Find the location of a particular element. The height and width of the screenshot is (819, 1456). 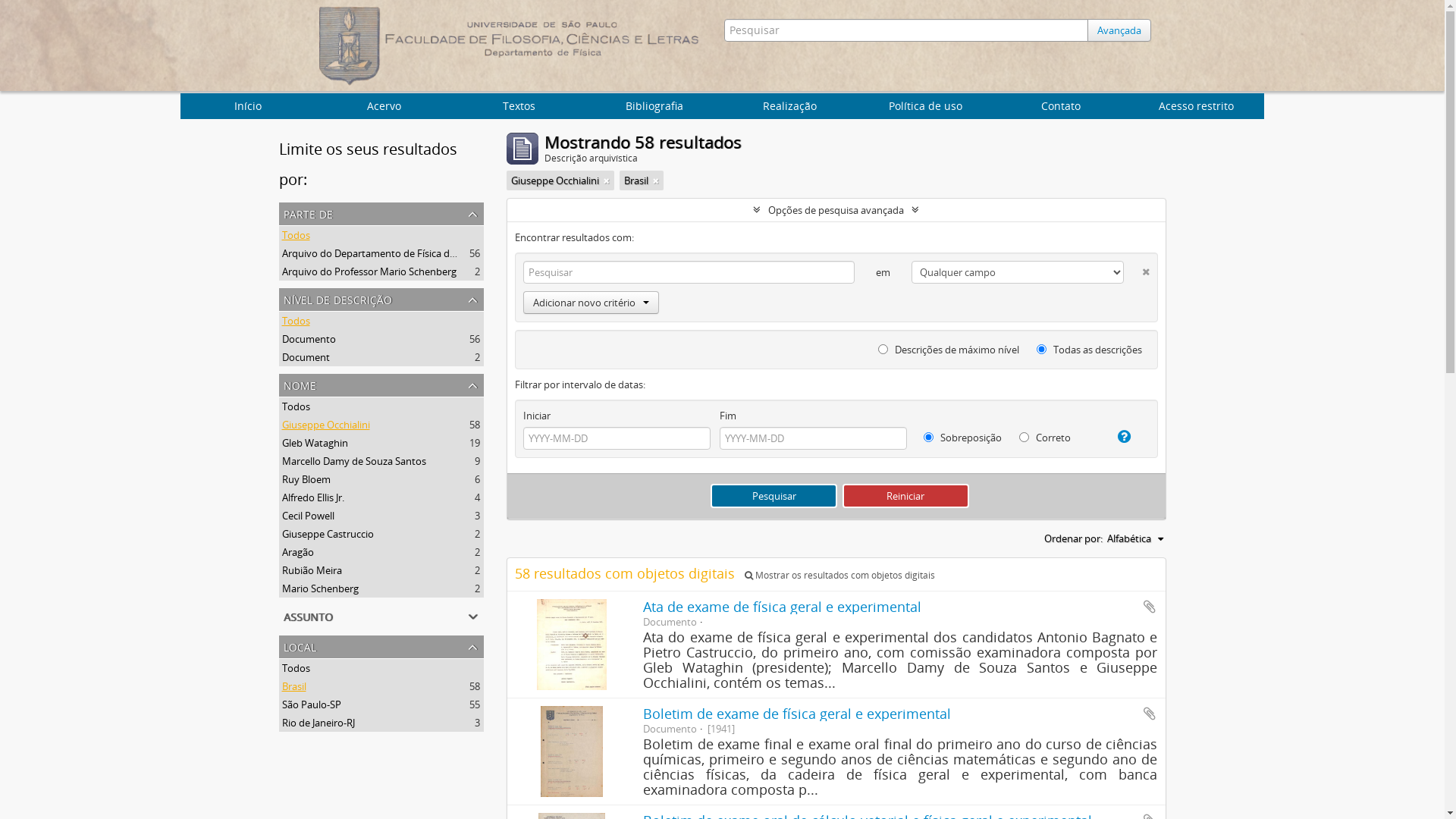

'Giuseppe Castruccio' is located at coordinates (327, 533).